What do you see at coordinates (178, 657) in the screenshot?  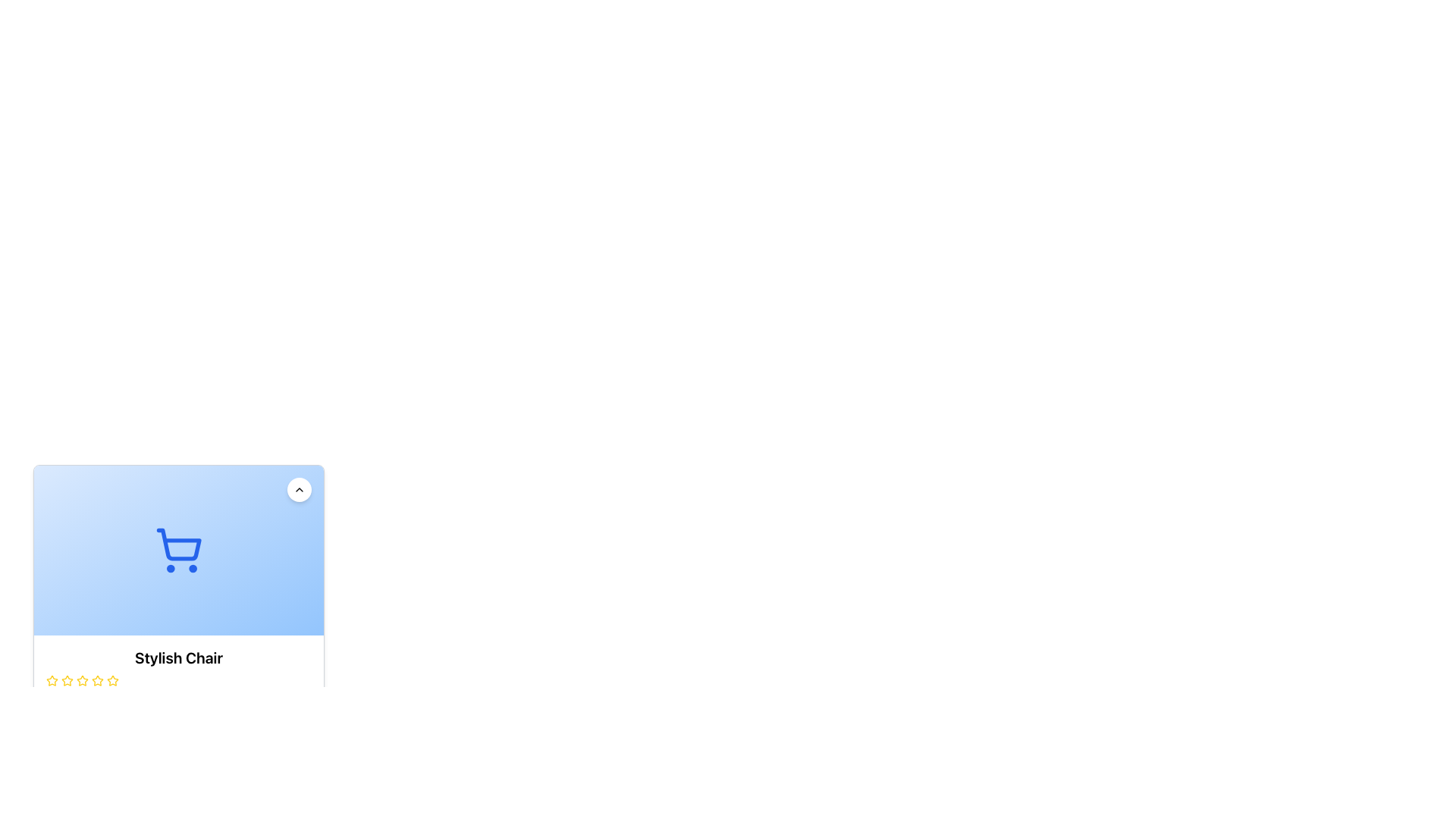 I see `the text label reading 'Stylish Chair'` at bounding box center [178, 657].